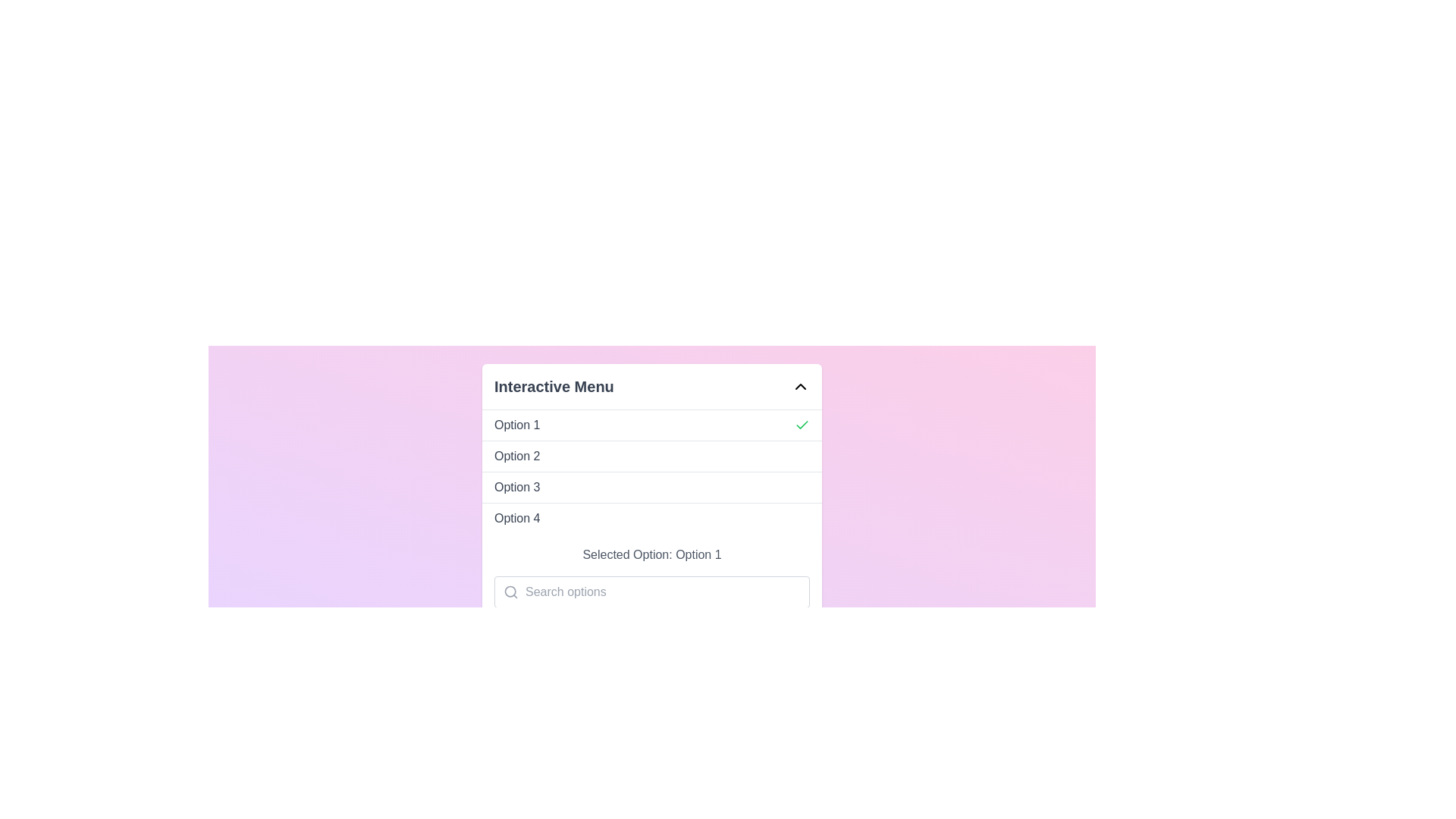 This screenshot has height=819, width=1456. What do you see at coordinates (651, 555) in the screenshot?
I see `the text label displaying 'Selected Option: Option 1' that is located above a search input field in a dropdown menu interface` at bounding box center [651, 555].